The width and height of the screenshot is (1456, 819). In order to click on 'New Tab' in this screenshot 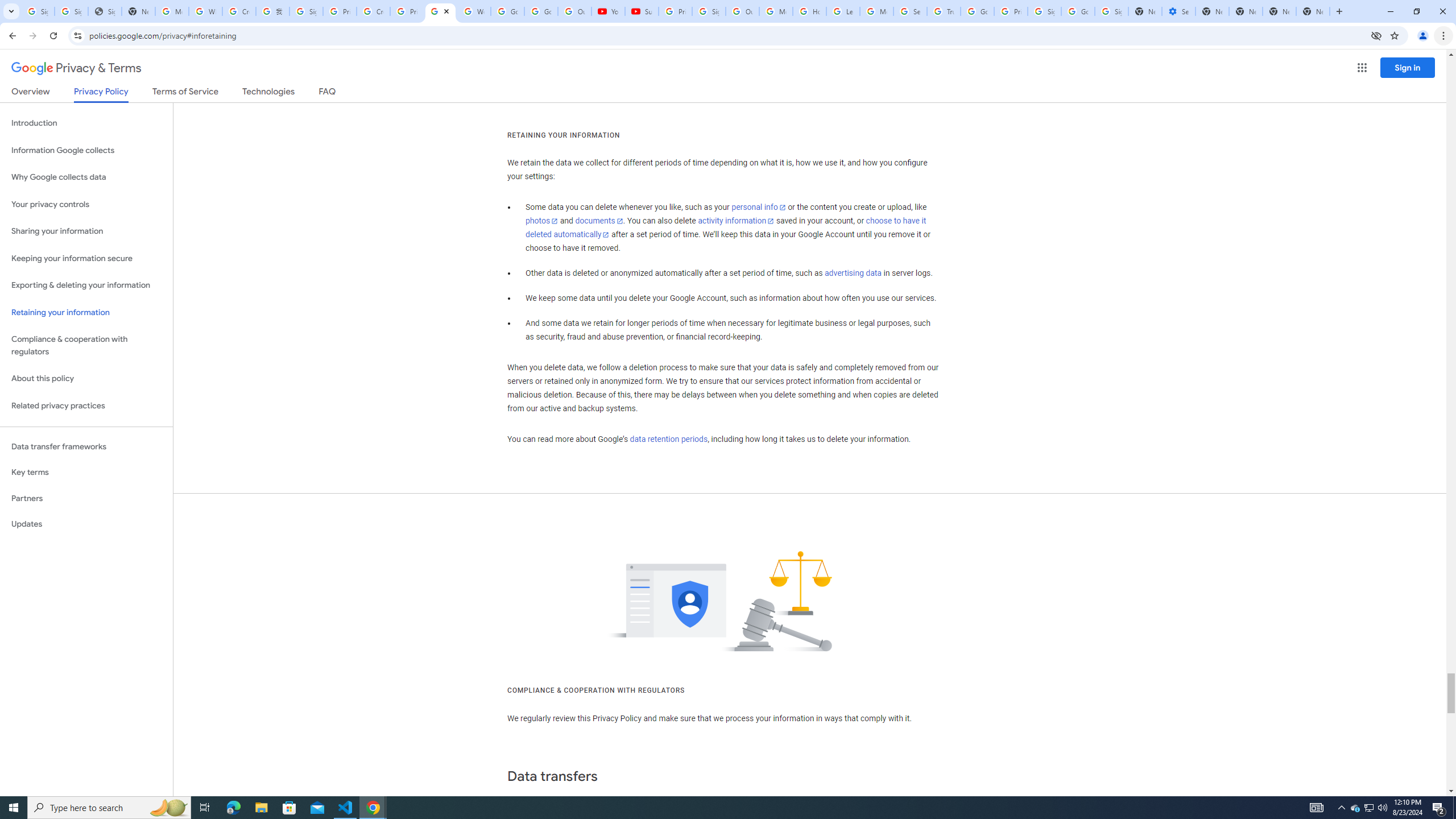, I will do `click(1313, 11)`.